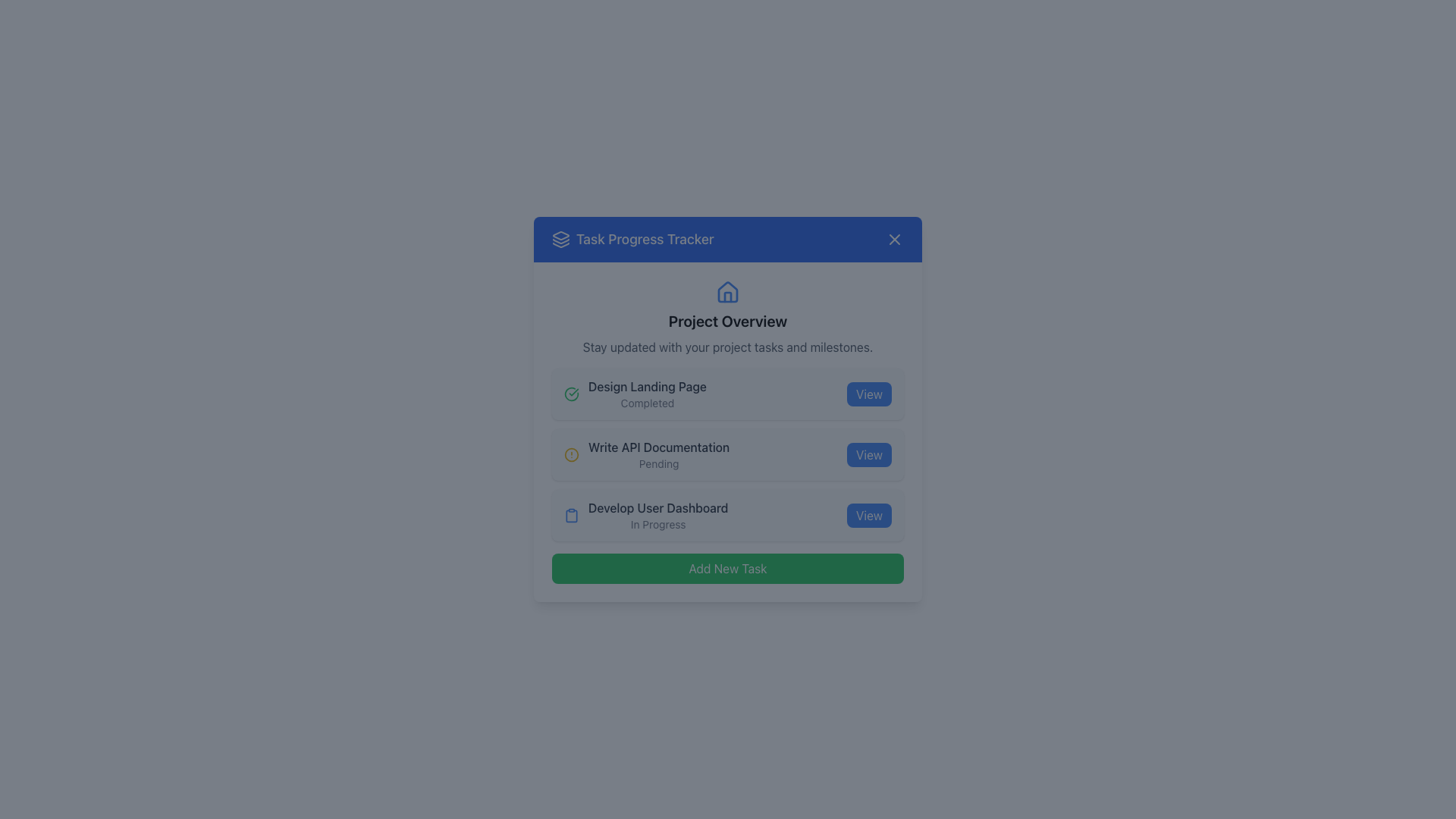 The image size is (1456, 819). What do you see at coordinates (659, 447) in the screenshot?
I see `the text label displaying 'Write API Documentation', which is styled in gray and appears bold in a task management interface` at bounding box center [659, 447].